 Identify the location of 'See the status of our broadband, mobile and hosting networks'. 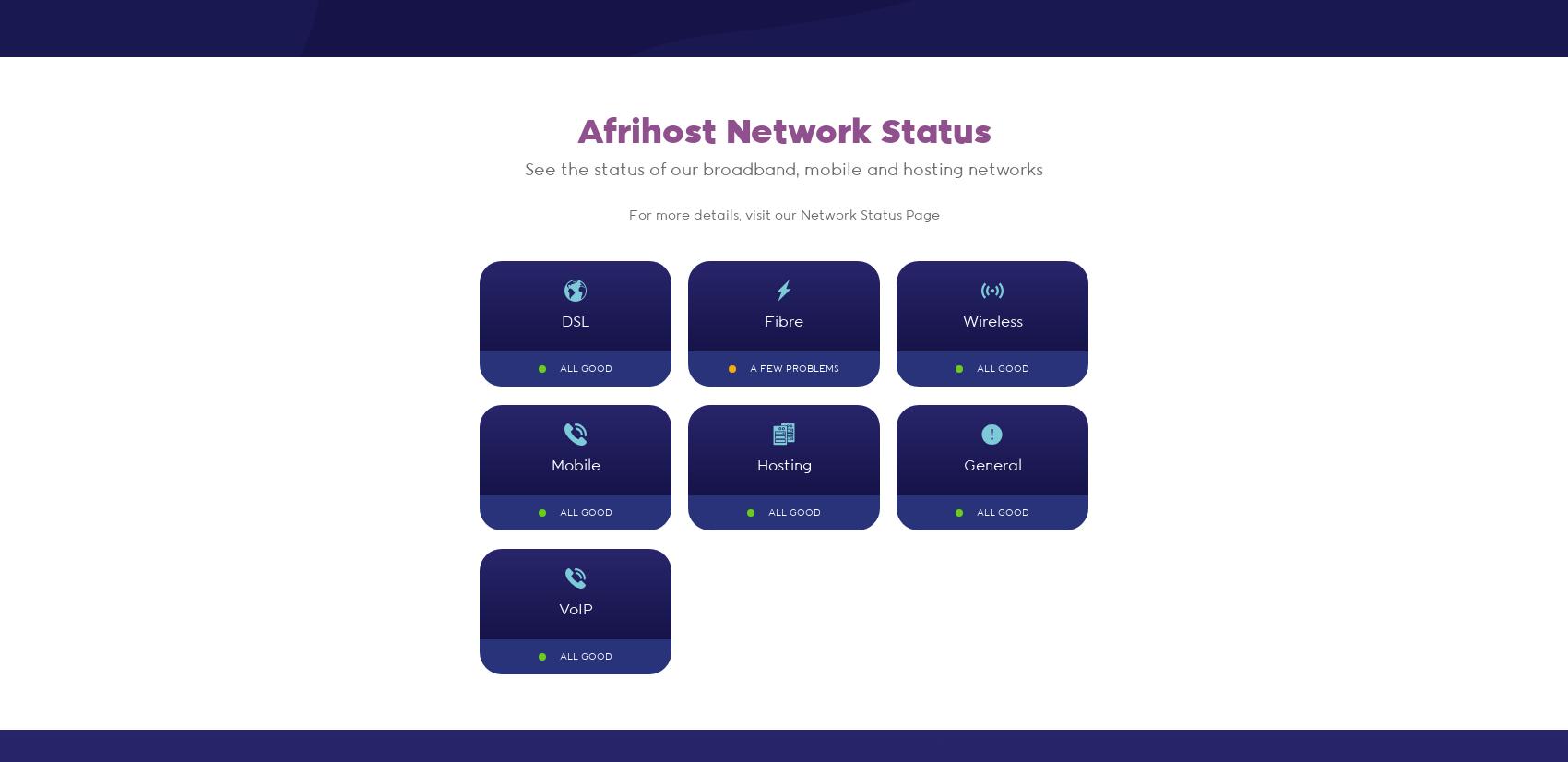
(784, 171).